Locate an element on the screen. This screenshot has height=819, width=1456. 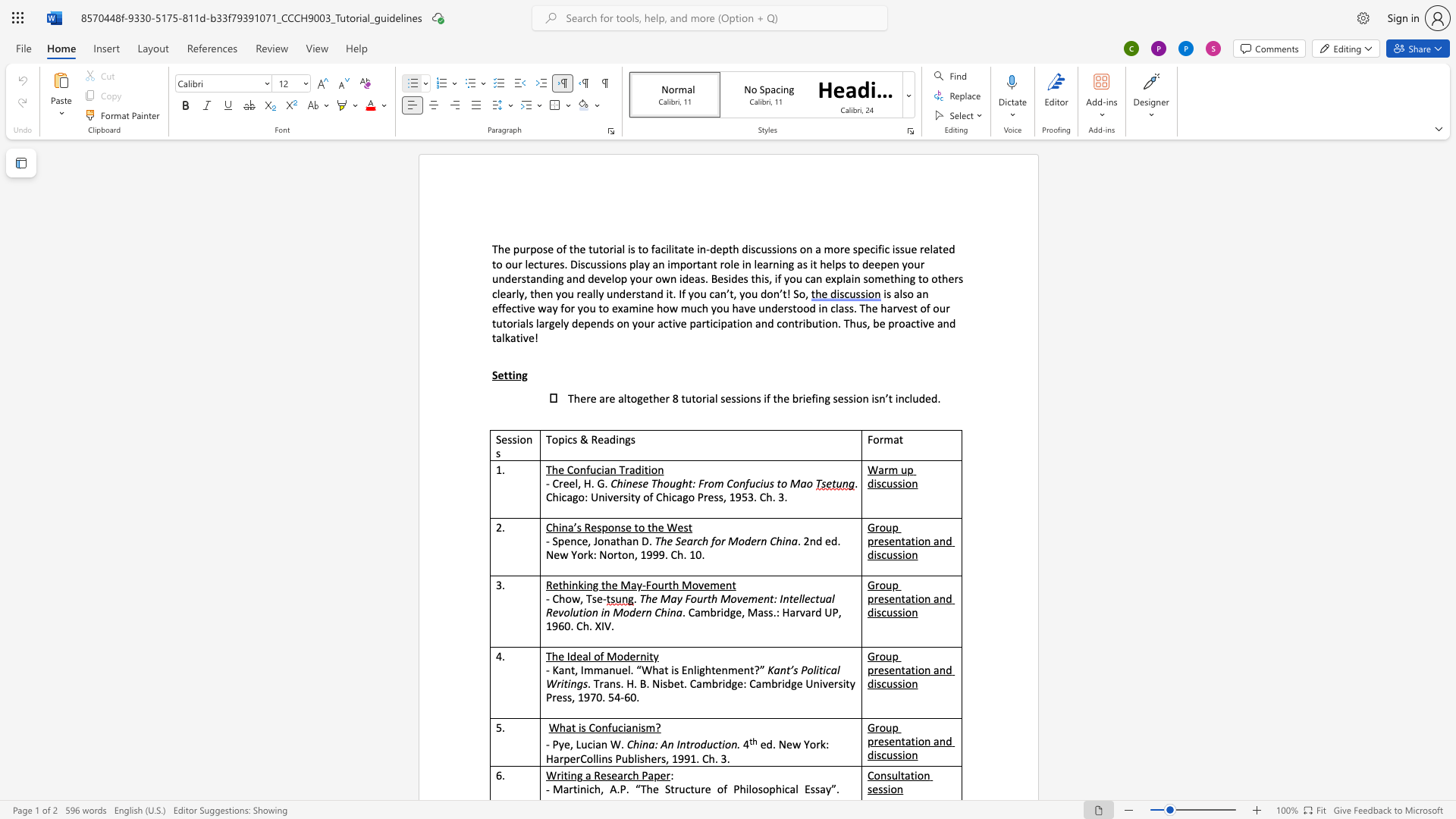
the space between the continuous character "t" and "o" in the text is located at coordinates (781, 483).